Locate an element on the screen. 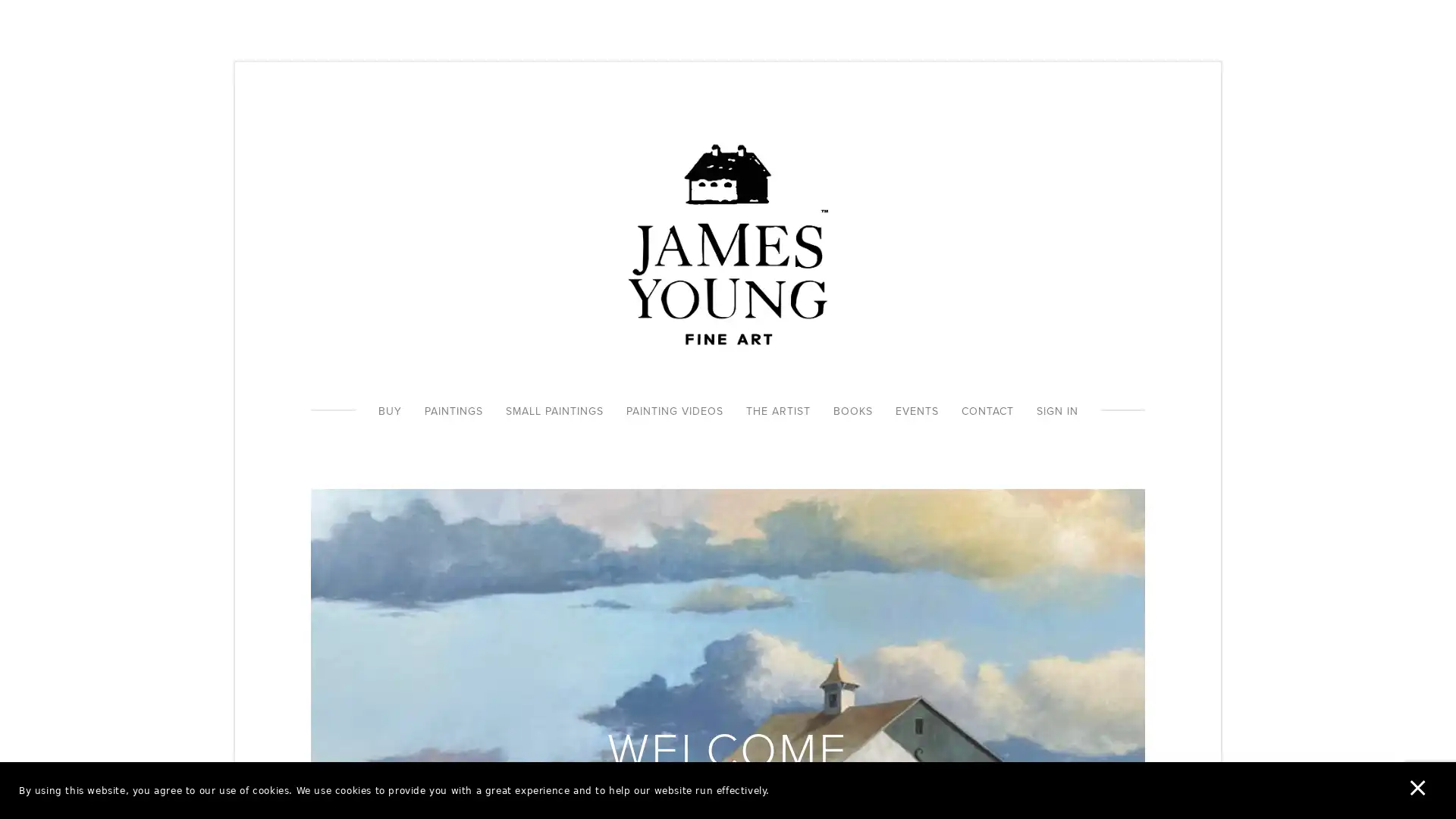 The image size is (1456, 819). Sign Up! is located at coordinates (728, 500).